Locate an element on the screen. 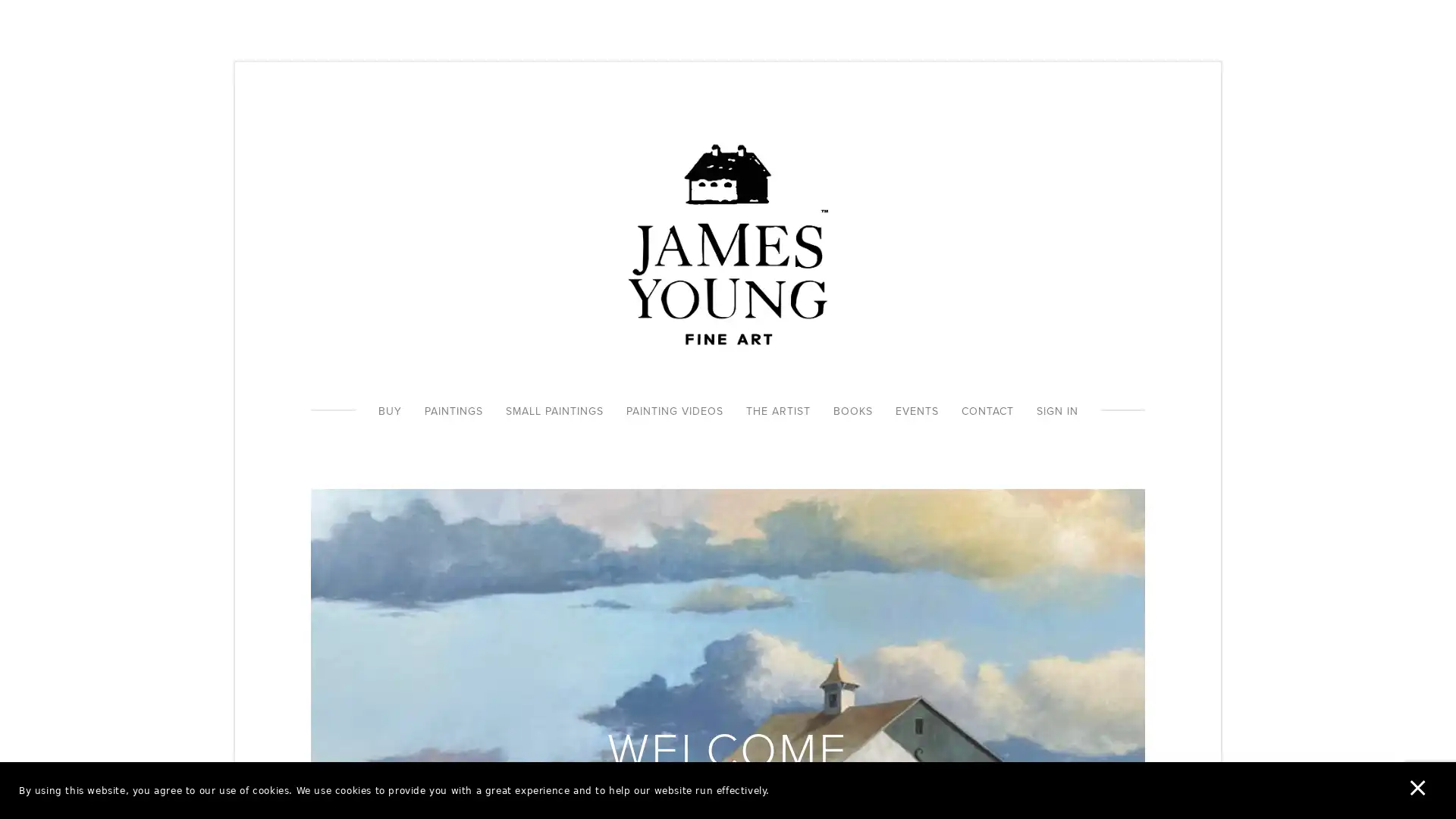 The image size is (1456, 819). Sign Up! is located at coordinates (728, 500).